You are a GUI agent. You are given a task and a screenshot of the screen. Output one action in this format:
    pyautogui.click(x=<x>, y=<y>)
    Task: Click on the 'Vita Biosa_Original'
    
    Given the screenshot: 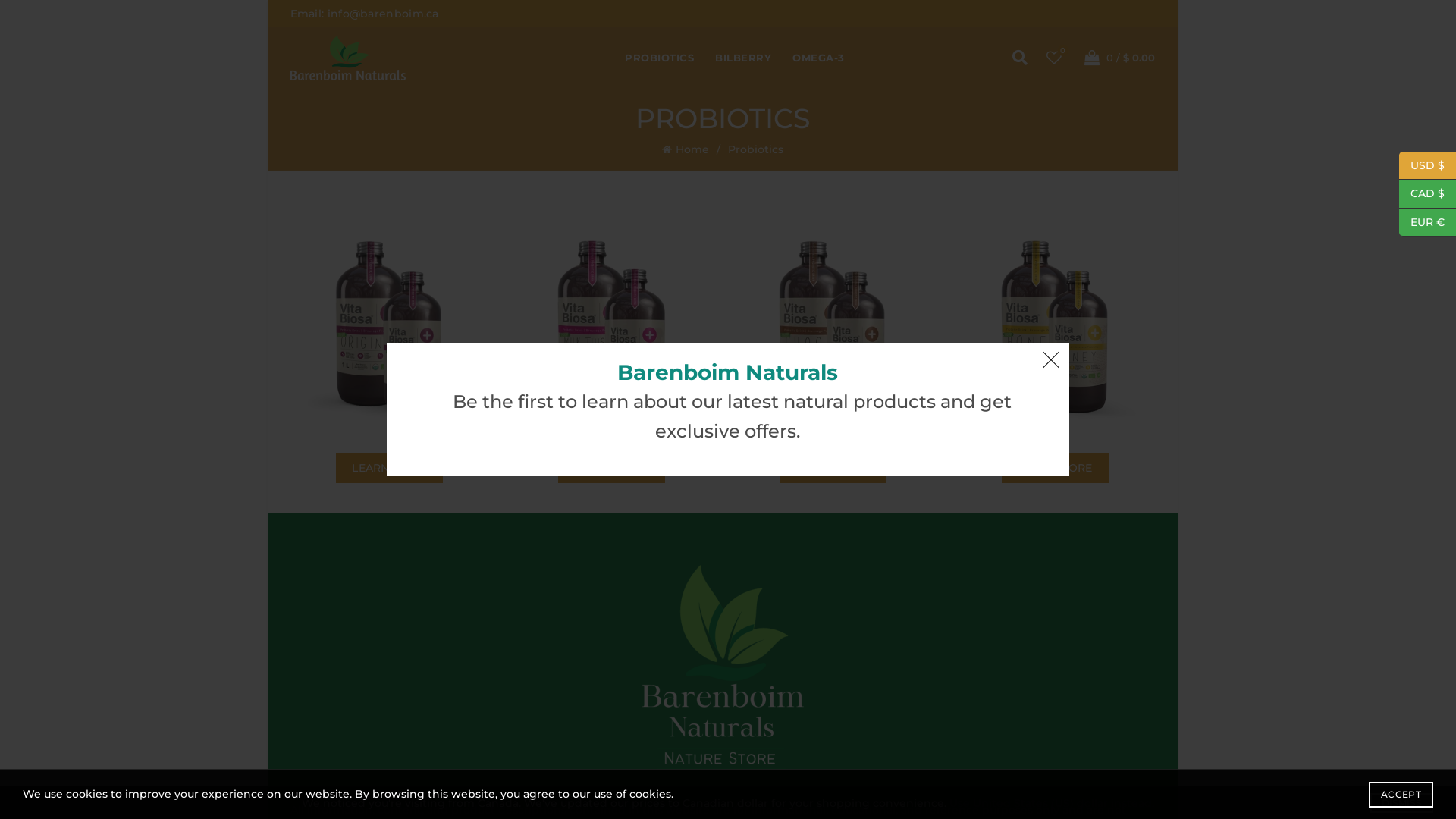 What is the action you would take?
    pyautogui.click(x=389, y=326)
    